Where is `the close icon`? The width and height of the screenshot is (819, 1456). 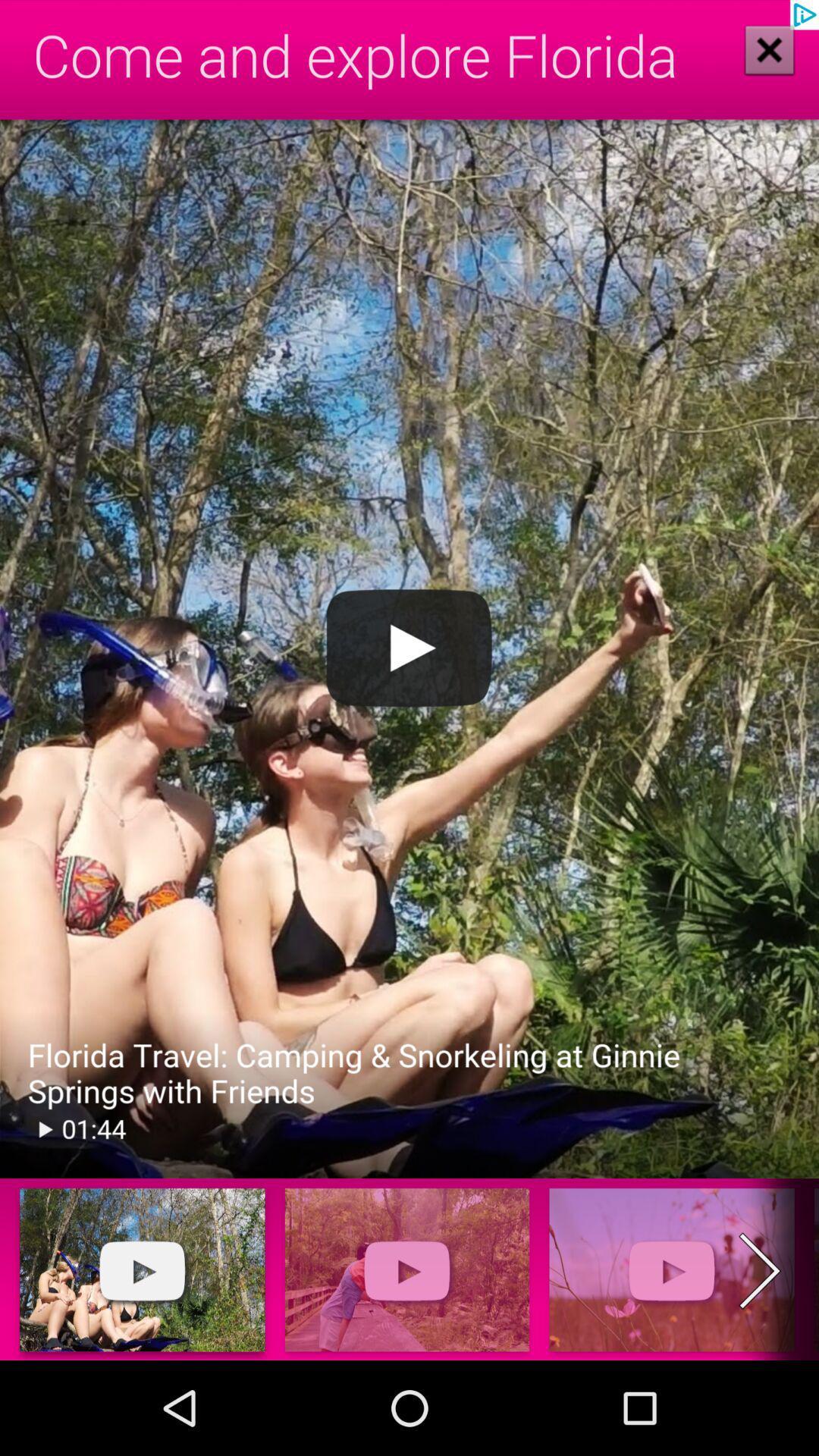 the close icon is located at coordinates (748, 74).